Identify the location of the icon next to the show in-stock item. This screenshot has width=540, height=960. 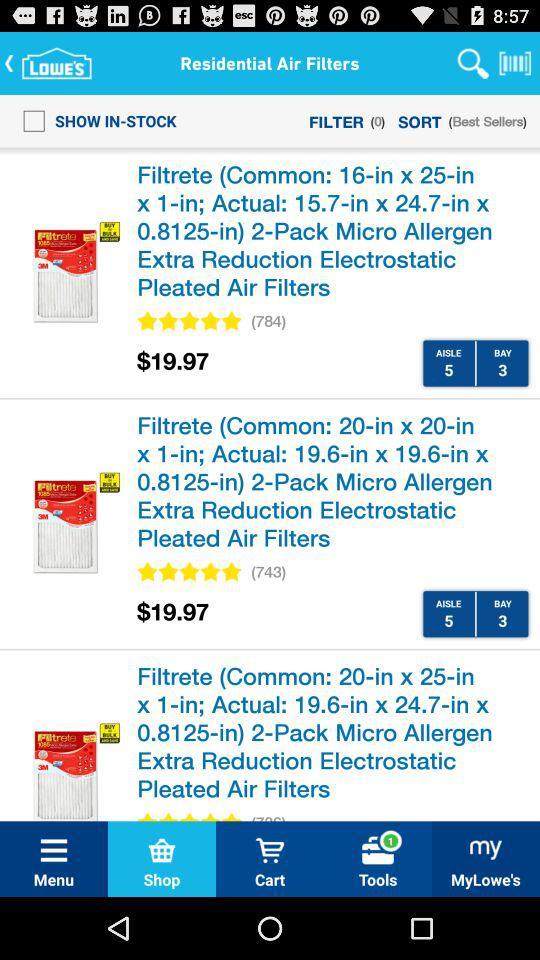
(336, 120).